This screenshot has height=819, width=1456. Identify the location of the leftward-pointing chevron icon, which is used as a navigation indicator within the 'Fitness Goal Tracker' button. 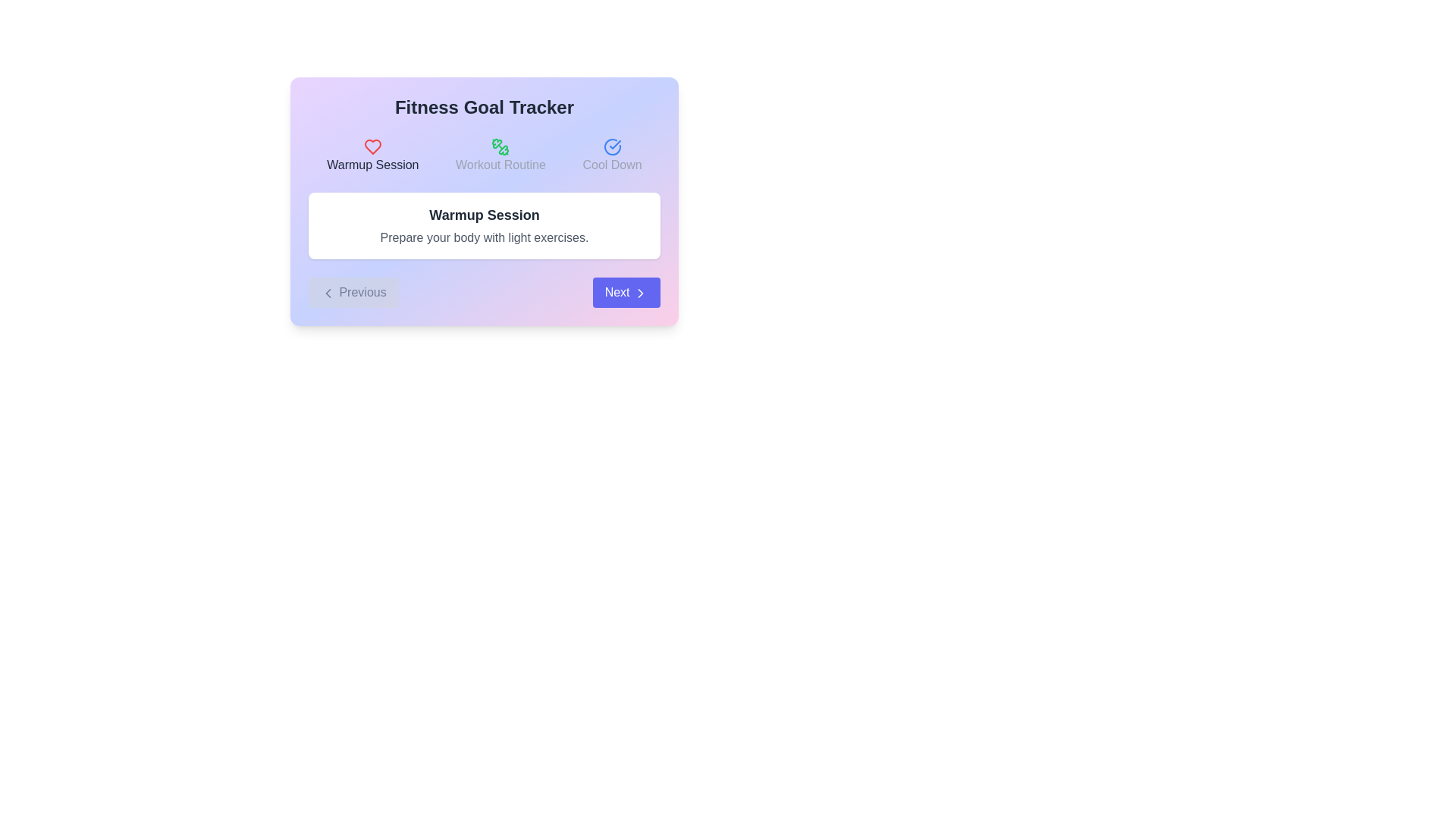
(327, 292).